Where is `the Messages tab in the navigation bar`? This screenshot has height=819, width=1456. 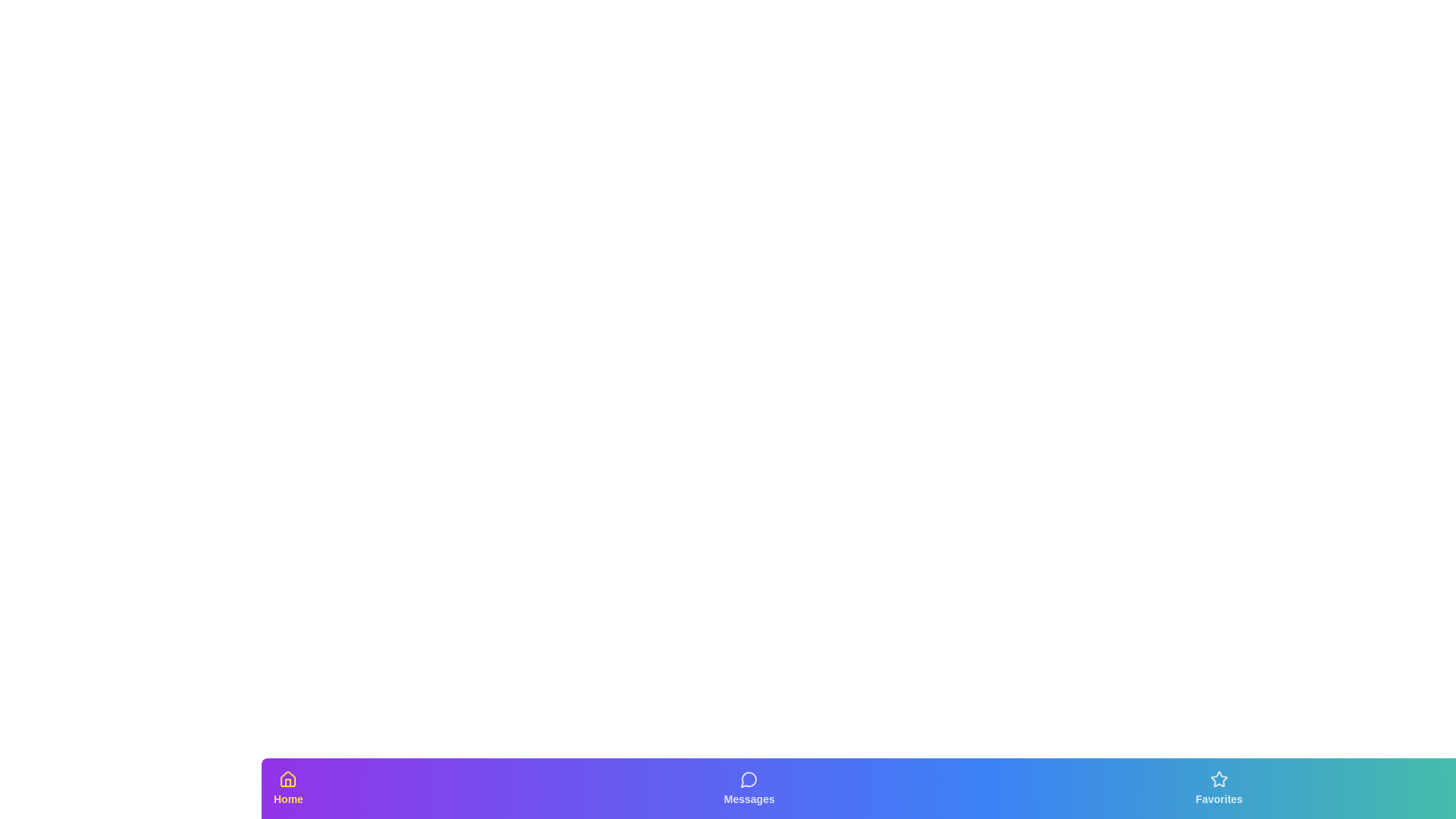 the Messages tab in the navigation bar is located at coordinates (749, 788).